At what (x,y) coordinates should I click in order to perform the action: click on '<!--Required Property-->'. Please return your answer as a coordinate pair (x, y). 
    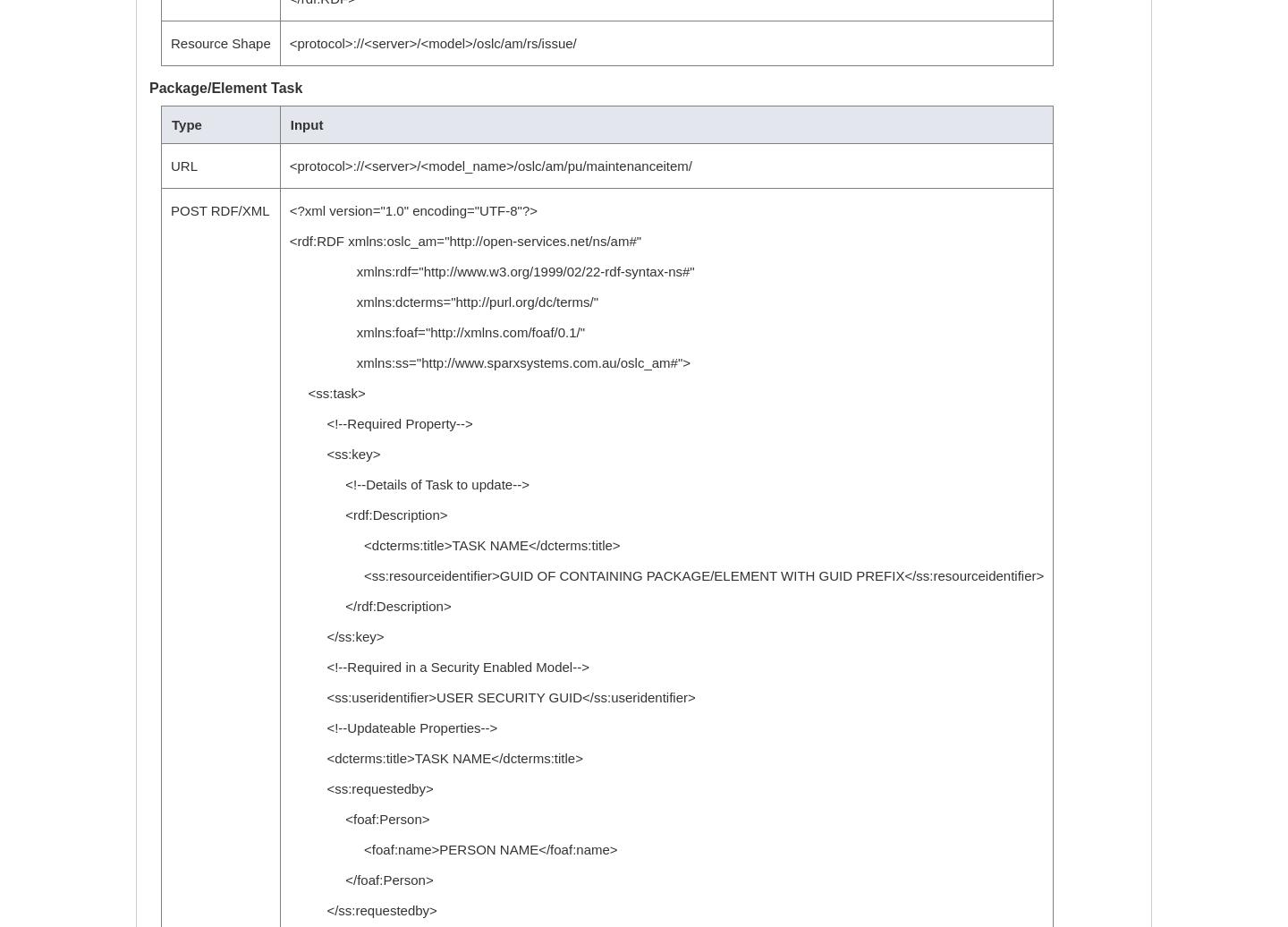
    Looking at the image, I should click on (380, 423).